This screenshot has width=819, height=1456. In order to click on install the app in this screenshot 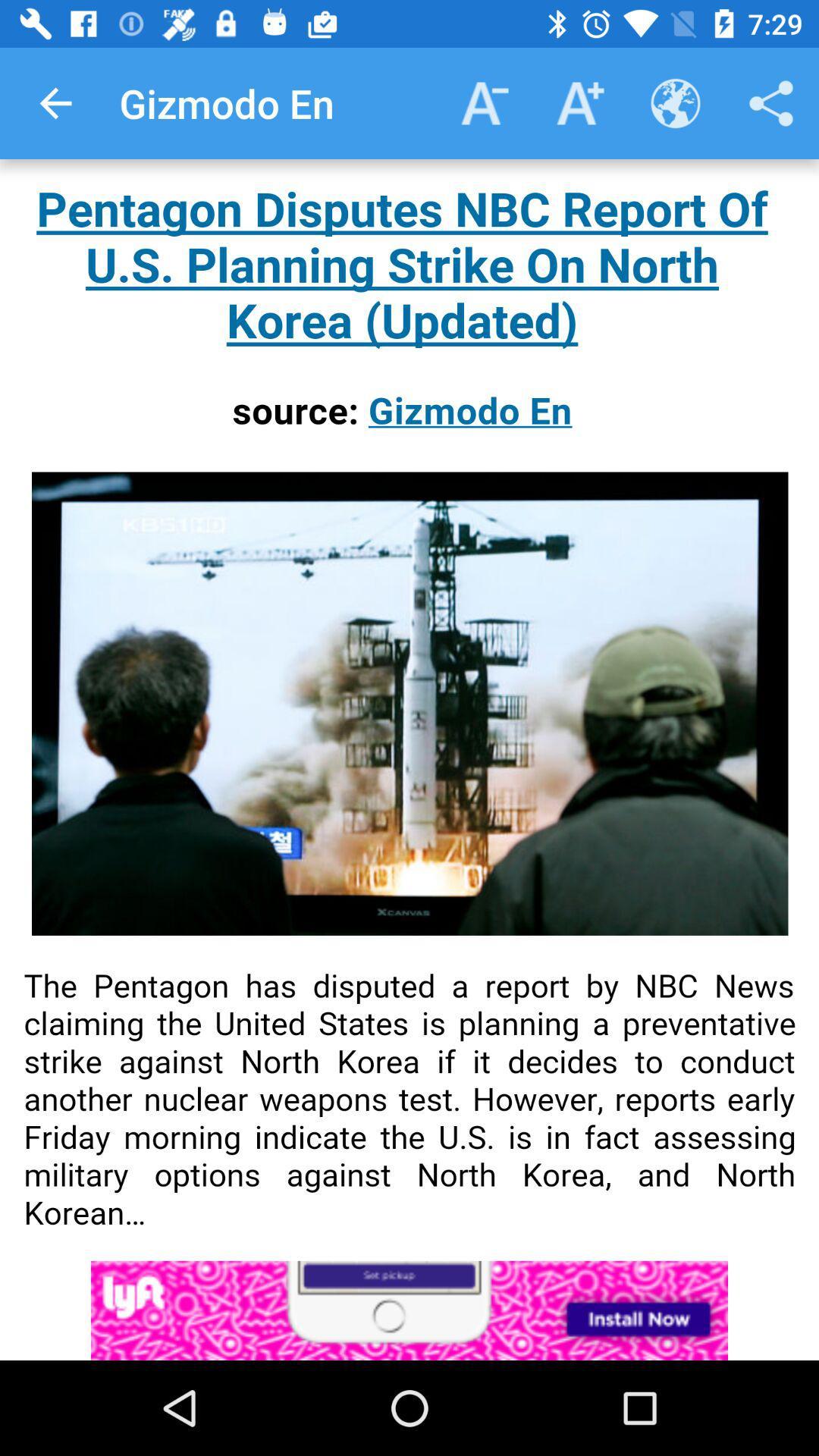, I will do `click(409, 1310)`.